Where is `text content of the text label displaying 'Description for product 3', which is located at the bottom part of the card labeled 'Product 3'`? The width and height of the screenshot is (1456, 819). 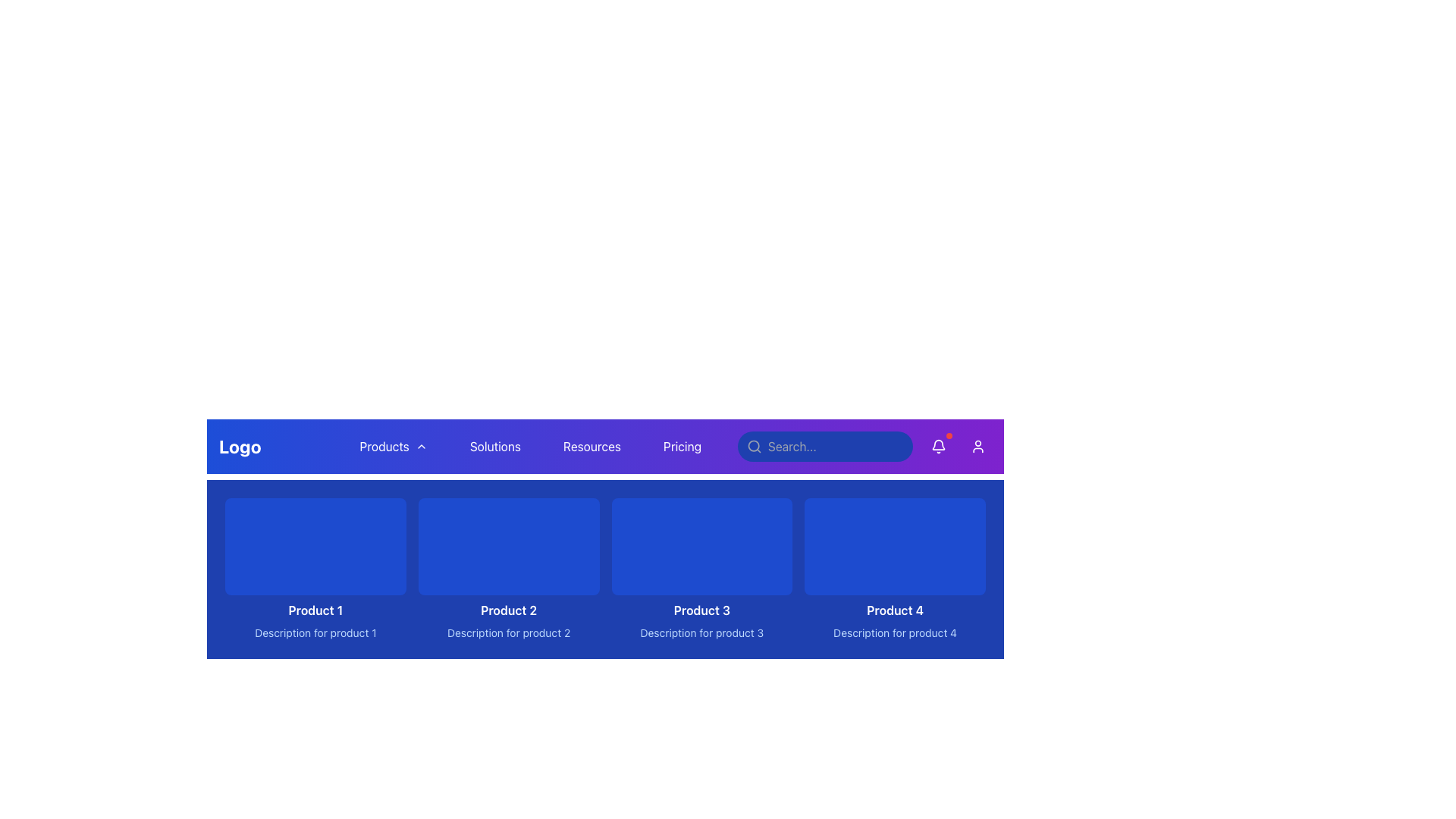 text content of the text label displaying 'Description for product 3', which is located at the bottom part of the card labeled 'Product 3' is located at coordinates (701, 632).